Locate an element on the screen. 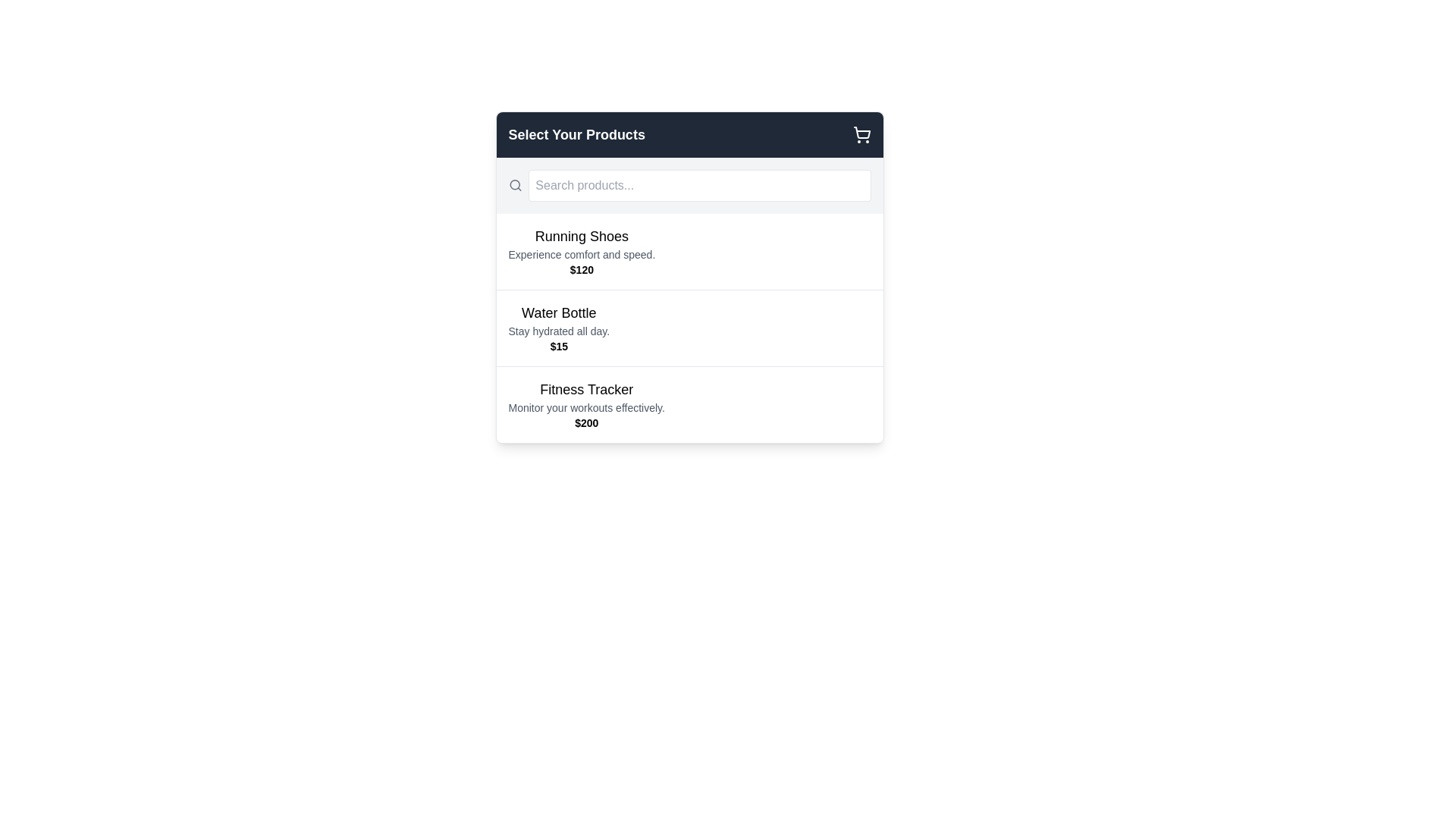 The image size is (1456, 819). the text label displaying 'Water Bottle', which is bold and large, positioned above the description and price in the middle part of the interface is located at coordinates (558, 312).